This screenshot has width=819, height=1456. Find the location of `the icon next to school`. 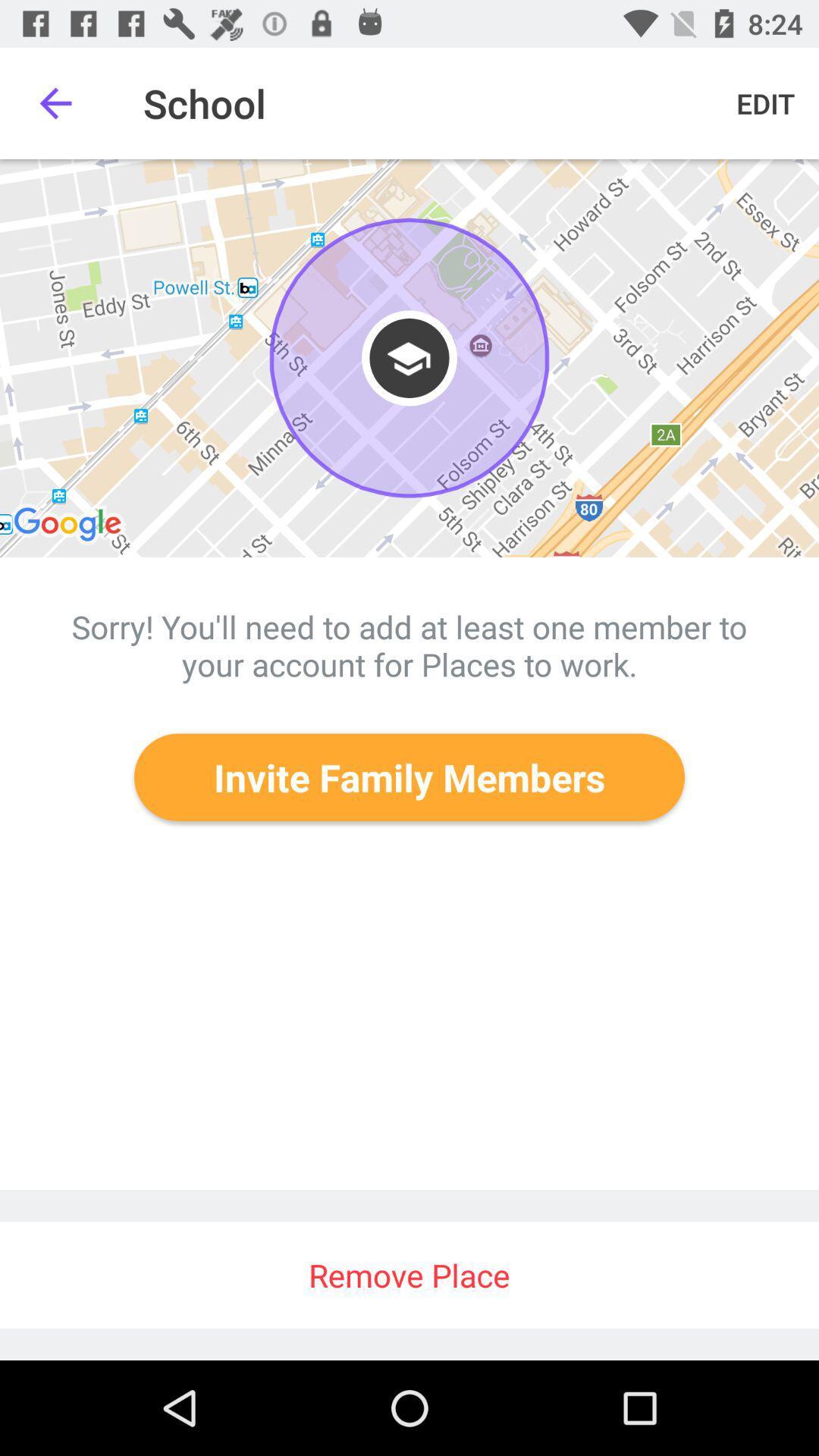

the icon next to school is located at coordinates (55, 102).